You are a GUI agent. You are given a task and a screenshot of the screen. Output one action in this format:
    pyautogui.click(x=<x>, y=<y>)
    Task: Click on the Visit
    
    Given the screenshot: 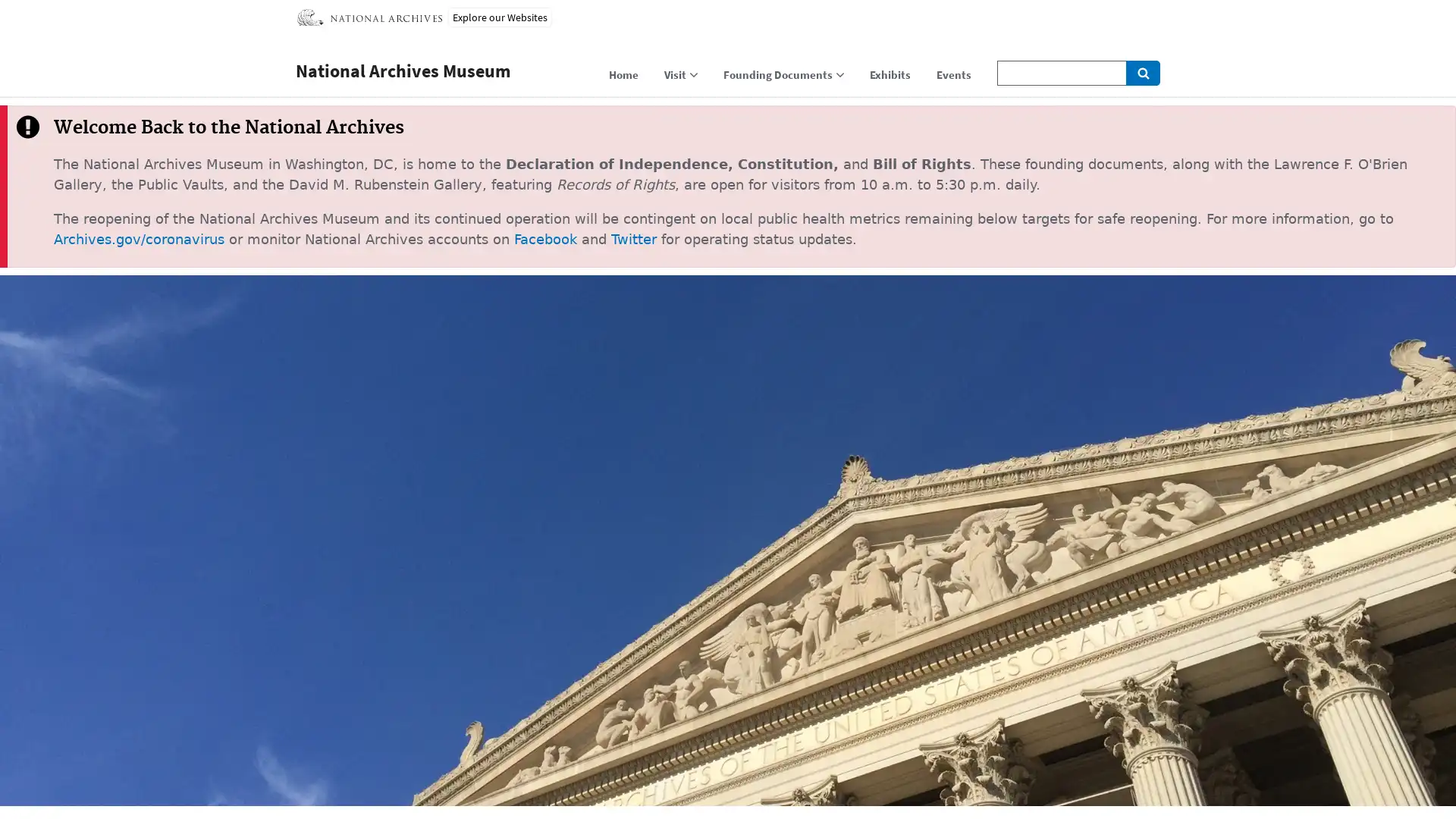 What is the action you would take?
    pyautogui.click(x=679, y=78)
    